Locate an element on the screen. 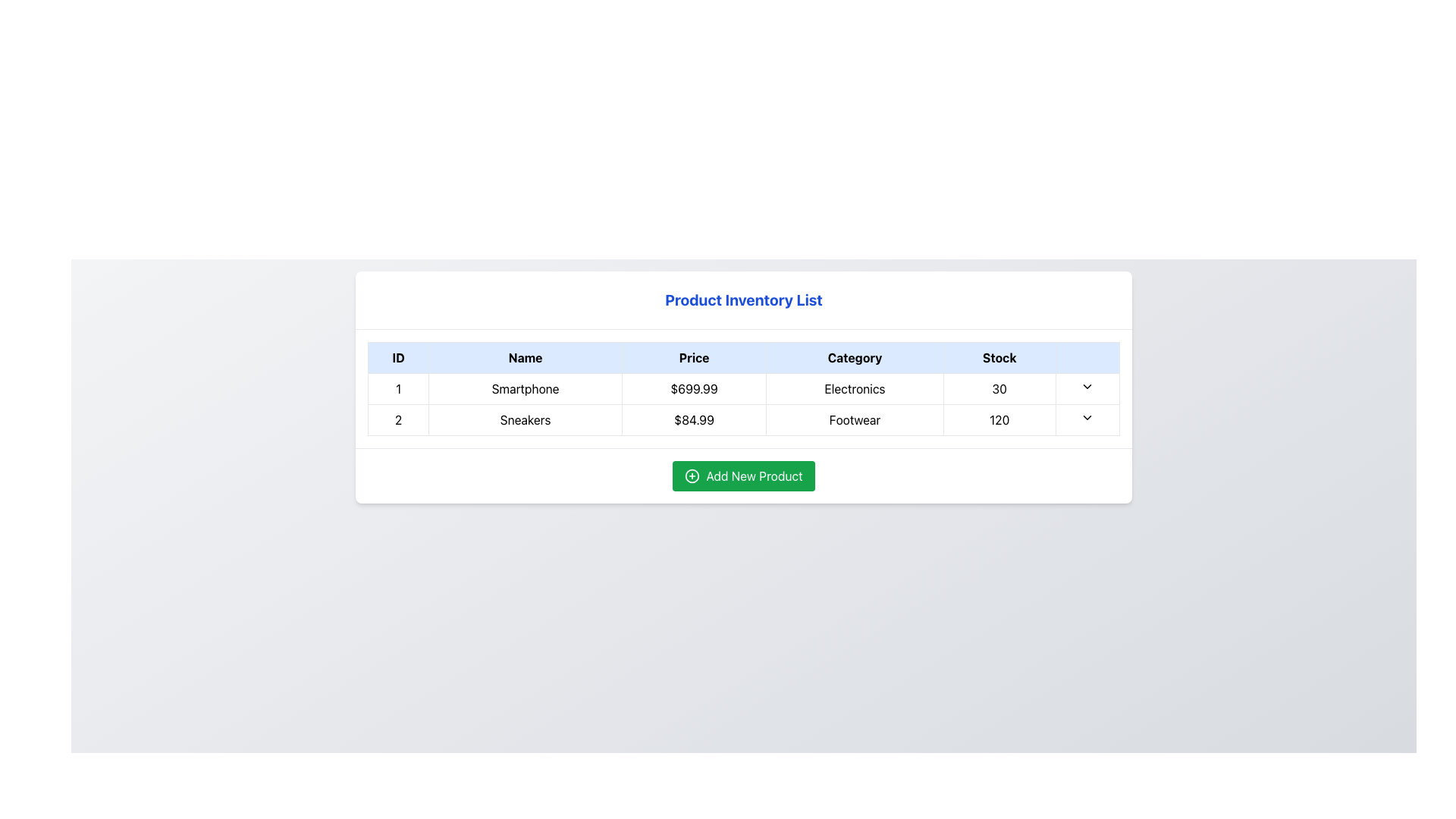 The width and height of the screenshot is (1456, 819). the small downward arrow button in the 'Stock' column of the 'Sneakers' row in the 'Product Inventory List' is located at coordinates (1087, 420).